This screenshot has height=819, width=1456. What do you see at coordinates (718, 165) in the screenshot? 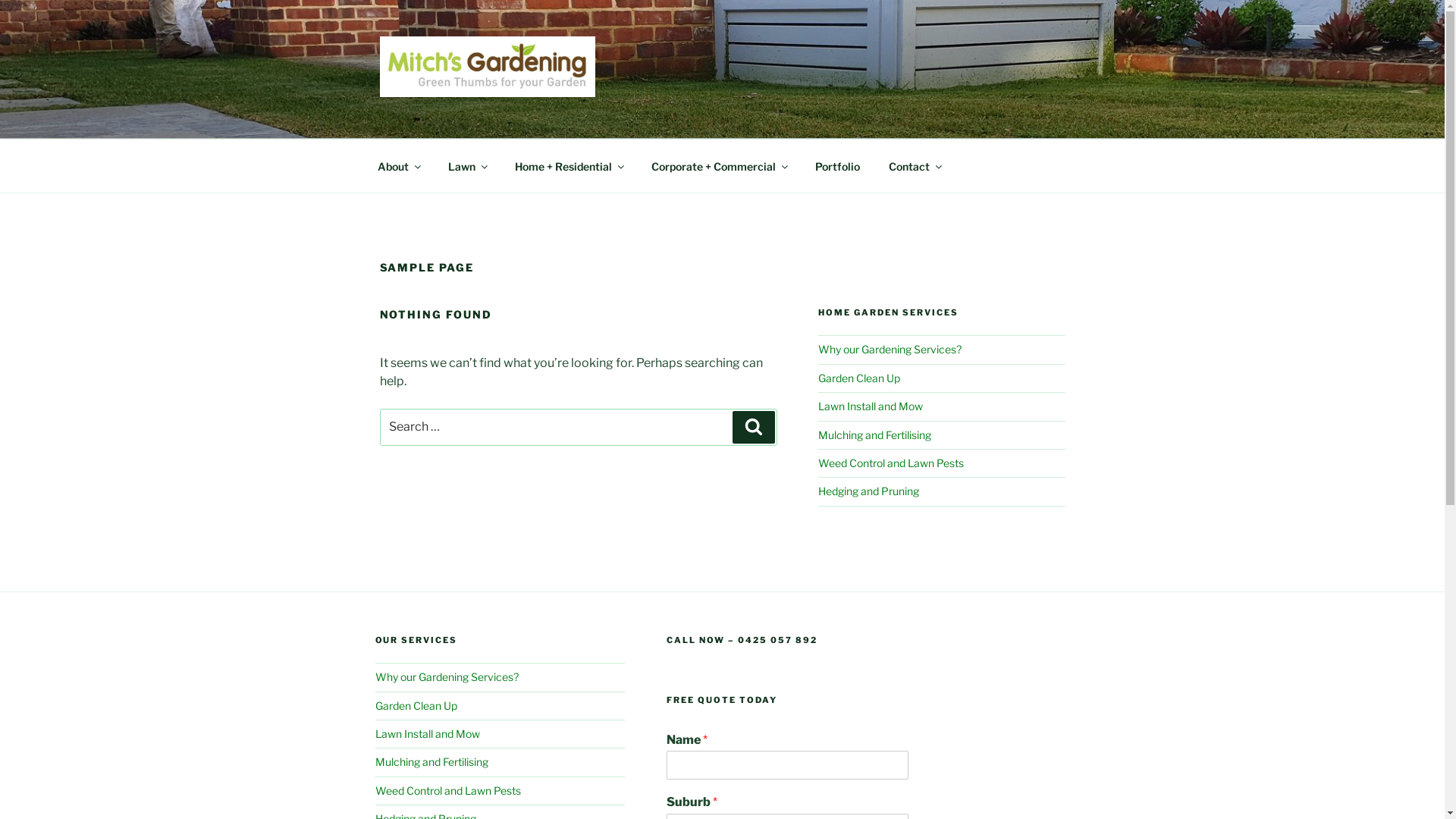
I see `'Corporate + Commercial'` at bounding box center [718, 165].